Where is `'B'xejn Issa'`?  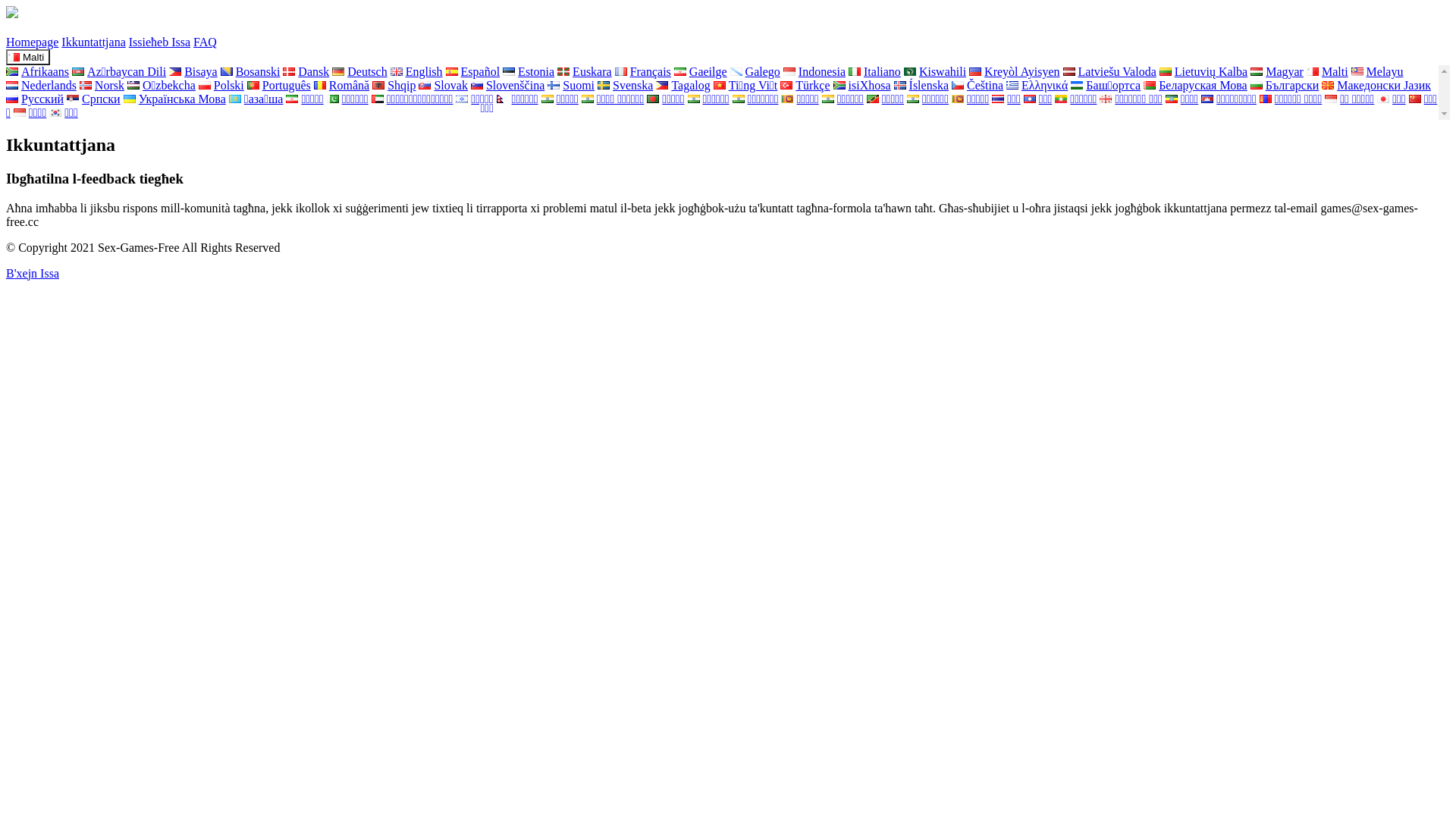 'B'xejn Issa' is located at coordinates (6, 274).